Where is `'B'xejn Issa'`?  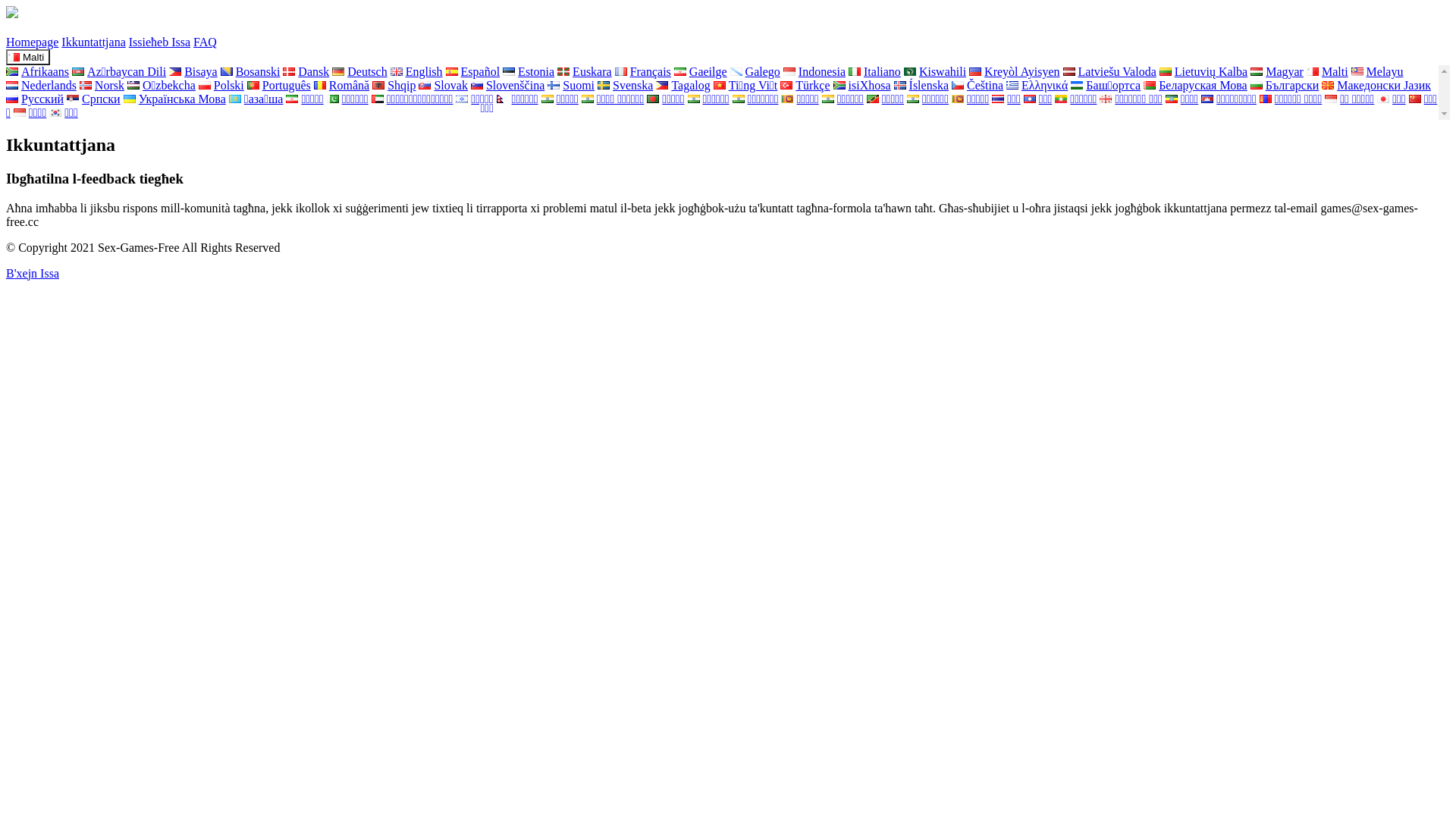 'B'xejn Issa' is located at coordinates (6, 274).